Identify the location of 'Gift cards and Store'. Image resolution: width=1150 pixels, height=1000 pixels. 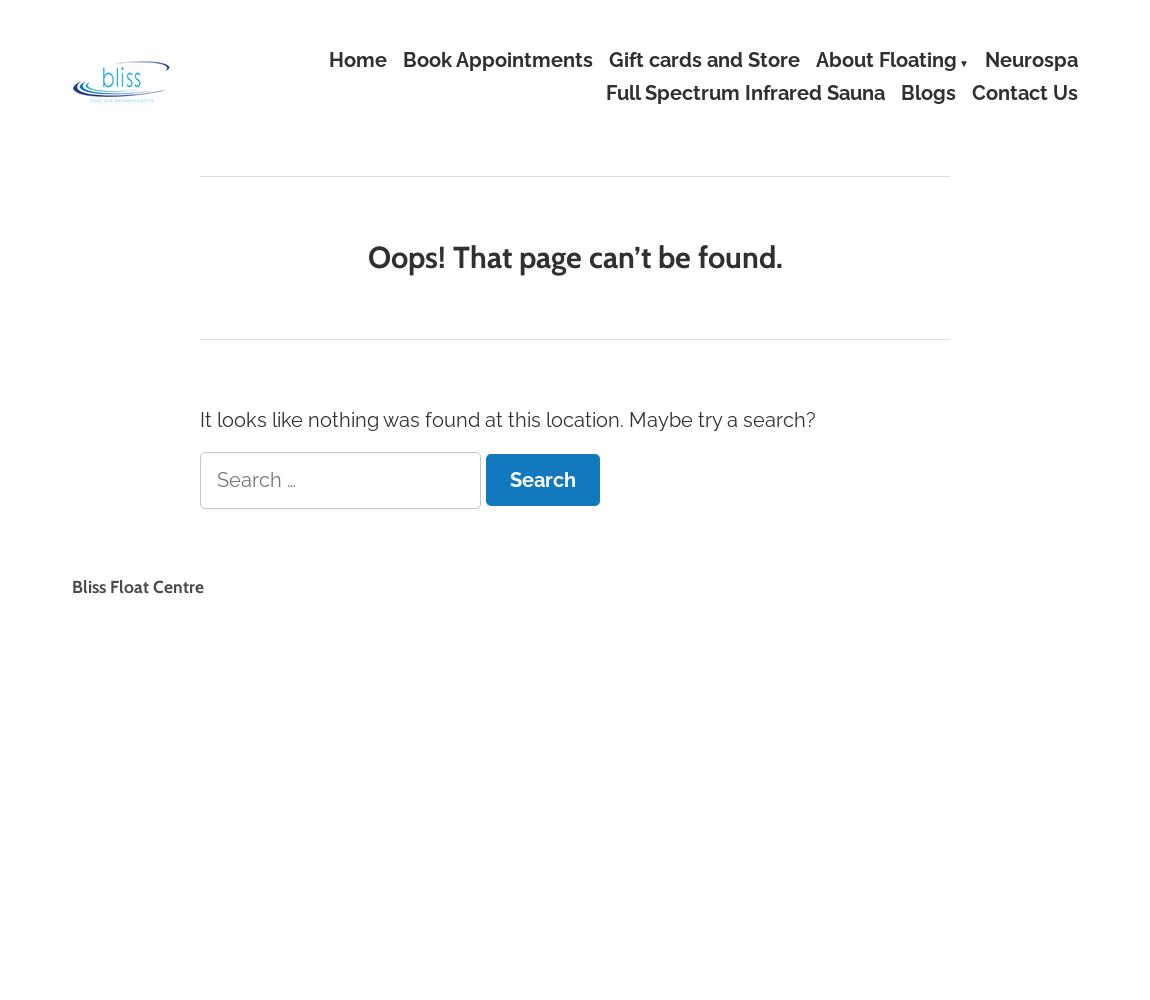
(703, 59).